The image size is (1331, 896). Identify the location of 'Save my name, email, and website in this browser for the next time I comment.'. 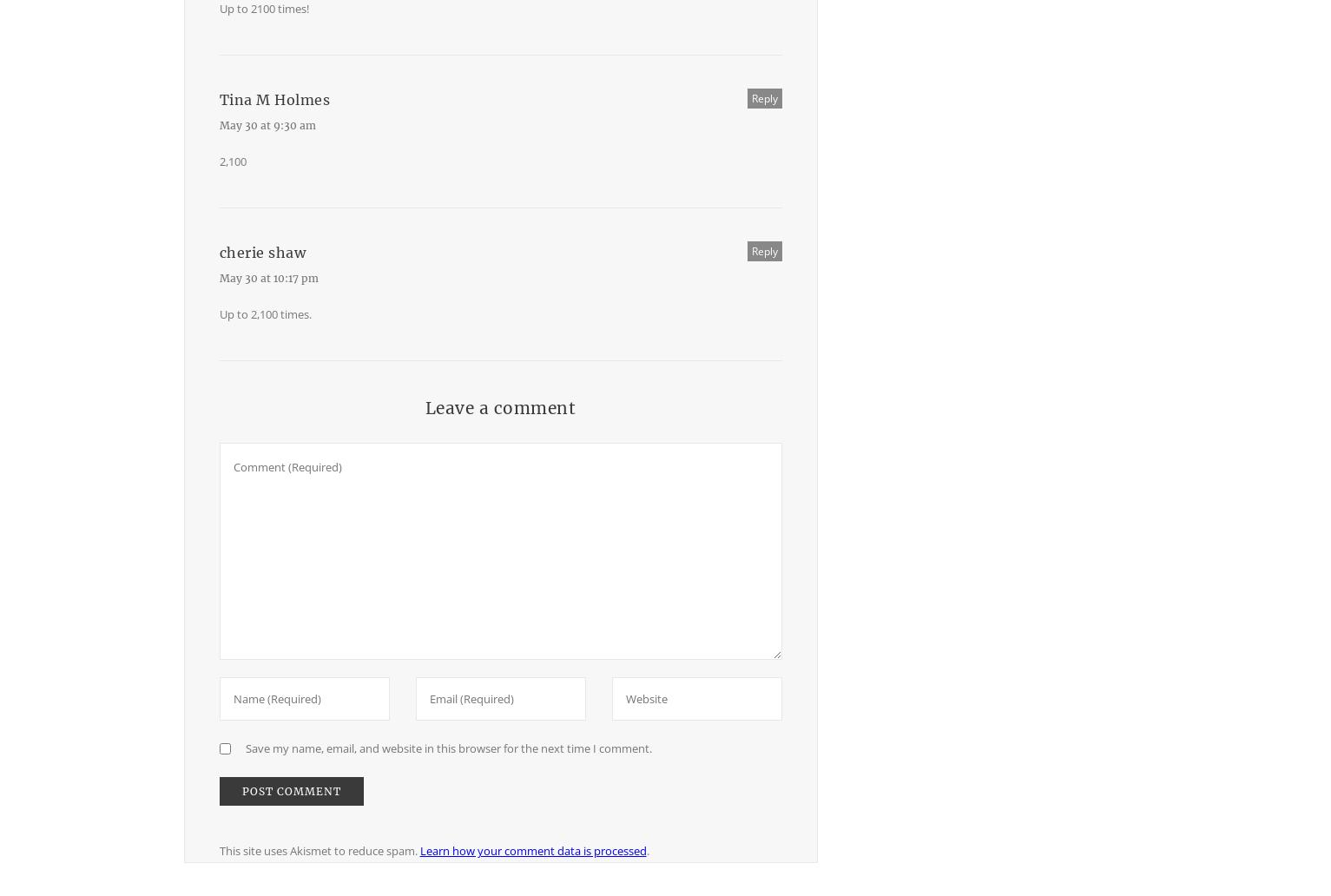
(245, 748).